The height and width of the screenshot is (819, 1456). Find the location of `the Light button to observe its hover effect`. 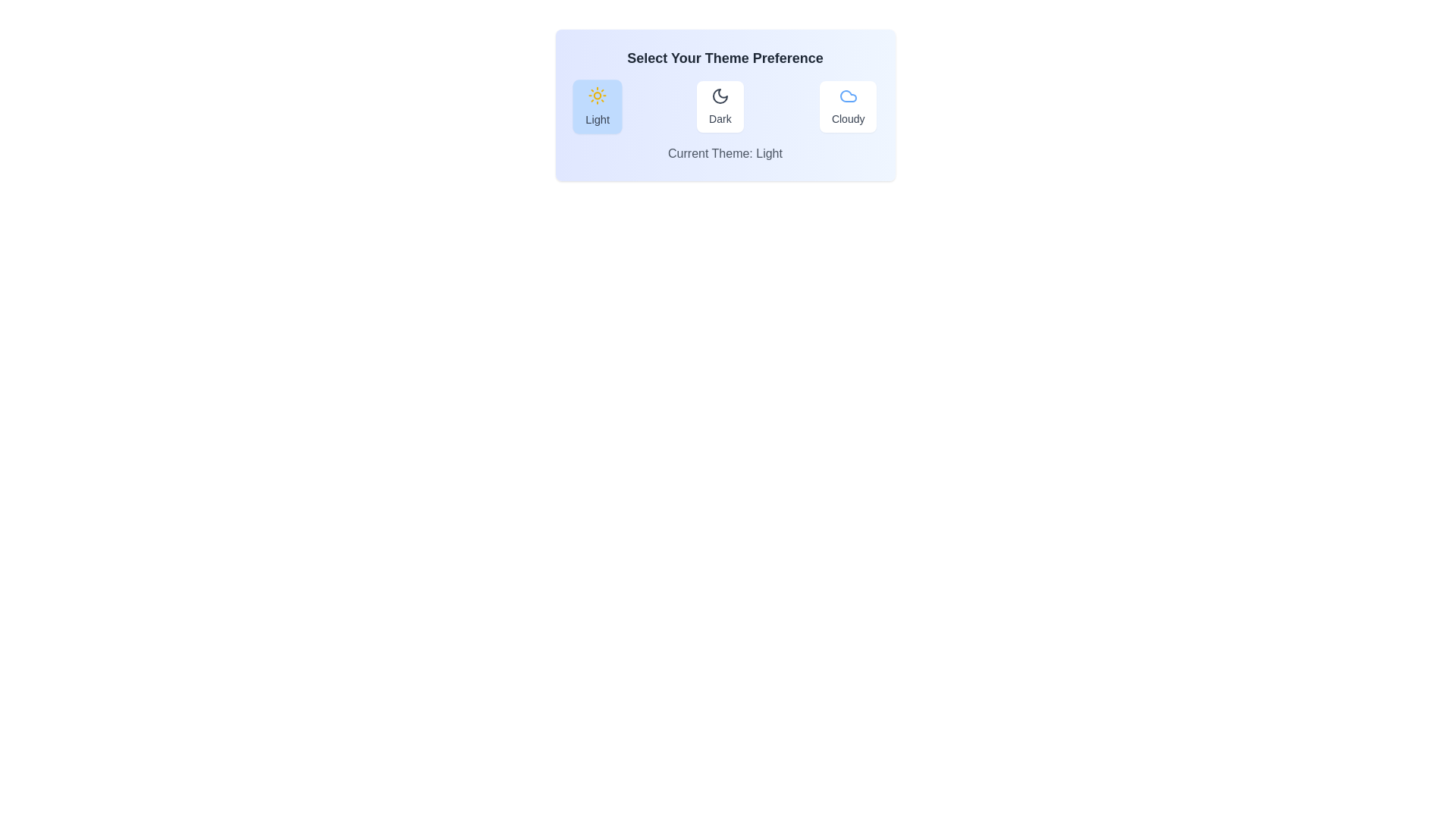

the Light button to observe its hover effect is located at coordinates (596, 106).